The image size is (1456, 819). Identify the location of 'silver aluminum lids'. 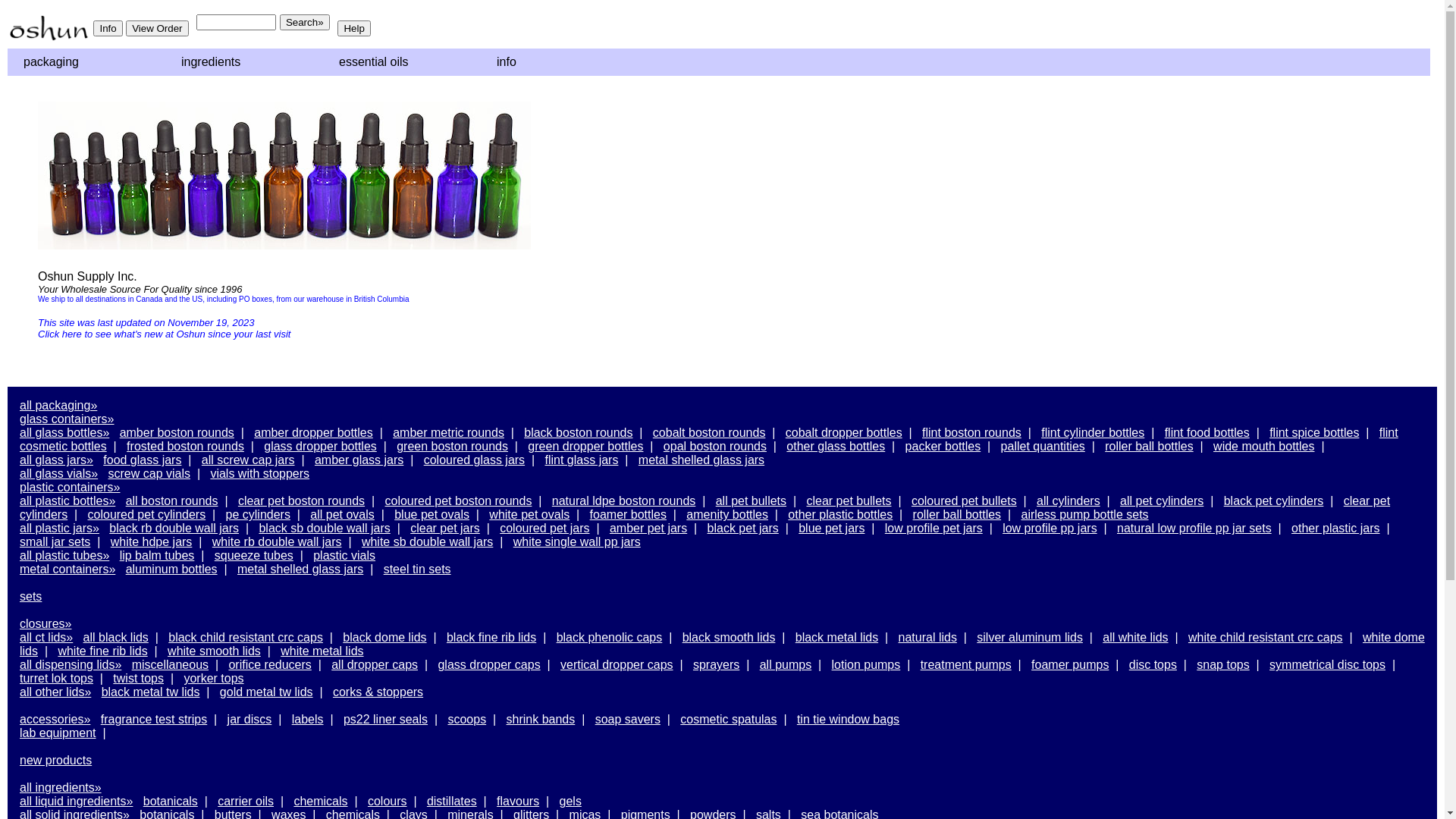
(1030, 637).